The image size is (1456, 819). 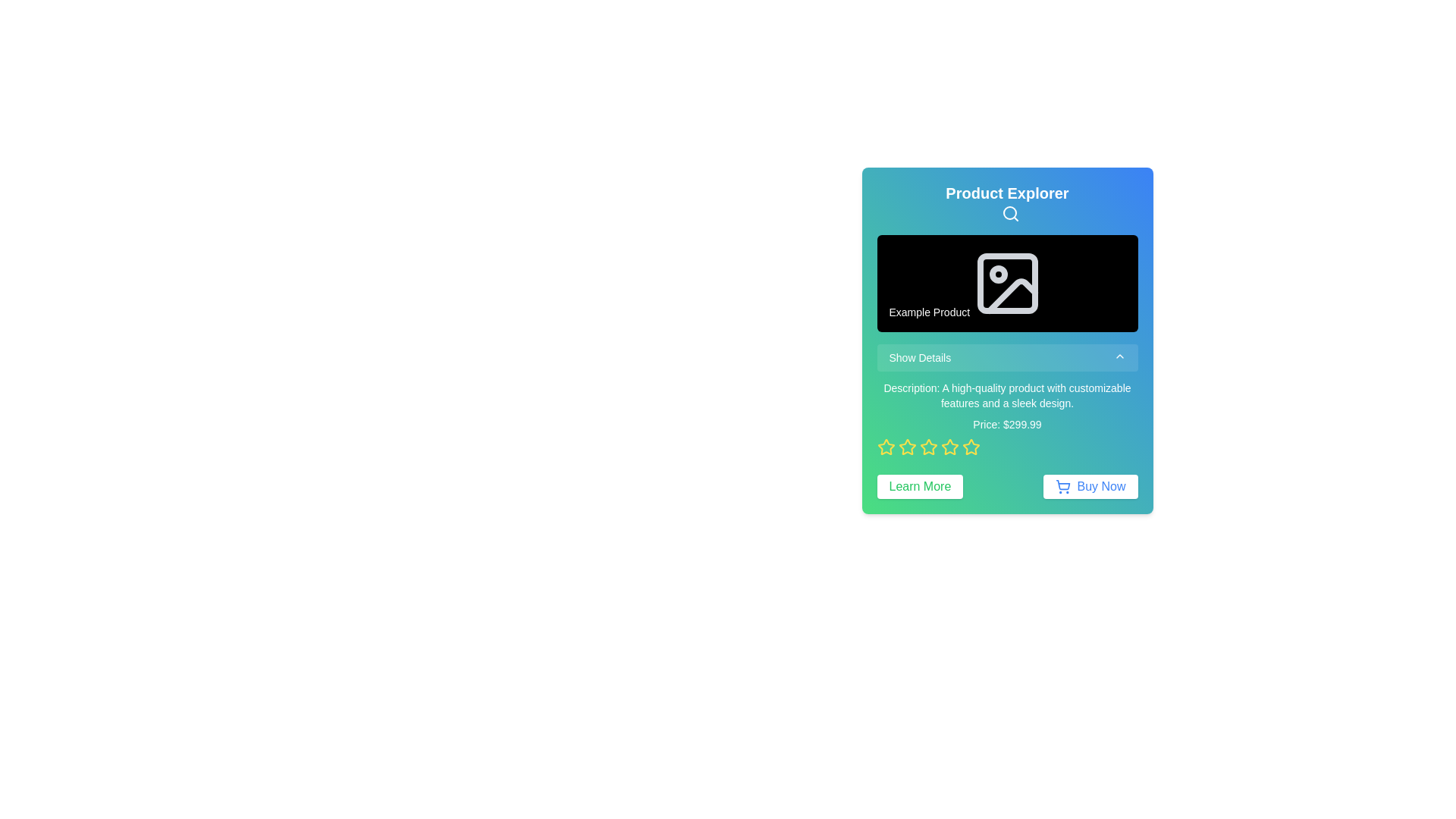 What do you see at coordinates (1010, 213) in the screenshot?
I see `the search icon located at the top center of the card interface, just below the 'Product Explorer' heading` at bounding box center [1010, 213].